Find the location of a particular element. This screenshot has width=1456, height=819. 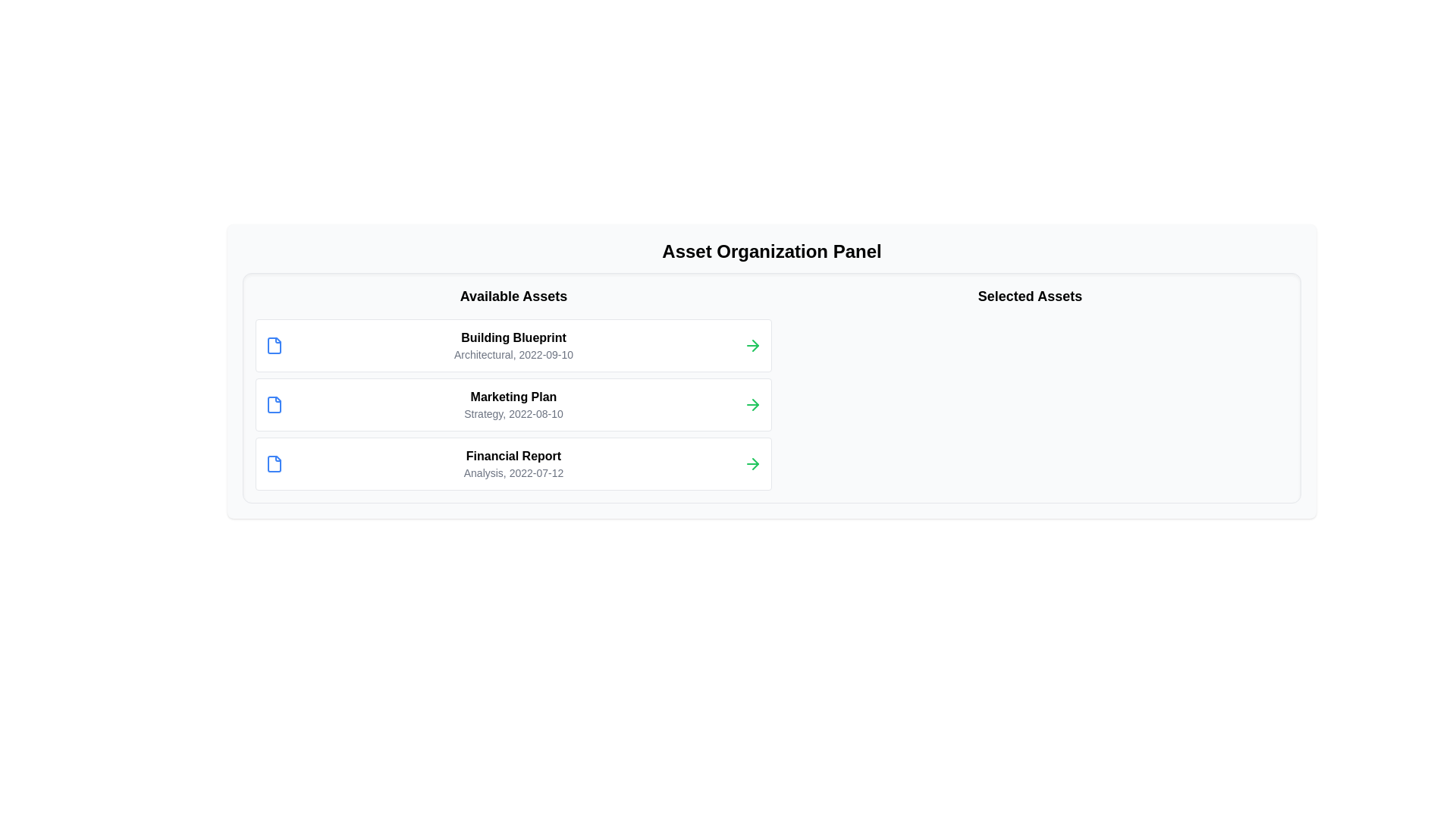

the text label displaying 'Analysis, 2022-07-12' located beneath the 'Financial Report' heading in the 'Available Assets' section is located at coordinates (513, 472).